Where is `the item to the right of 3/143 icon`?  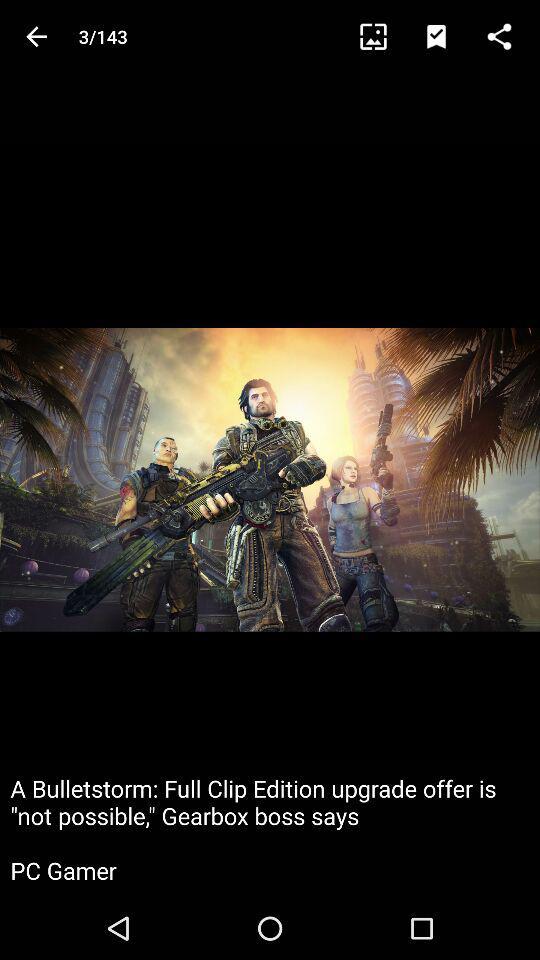
the item to the right of 3/143 icon is located at coordinates (382, 35).